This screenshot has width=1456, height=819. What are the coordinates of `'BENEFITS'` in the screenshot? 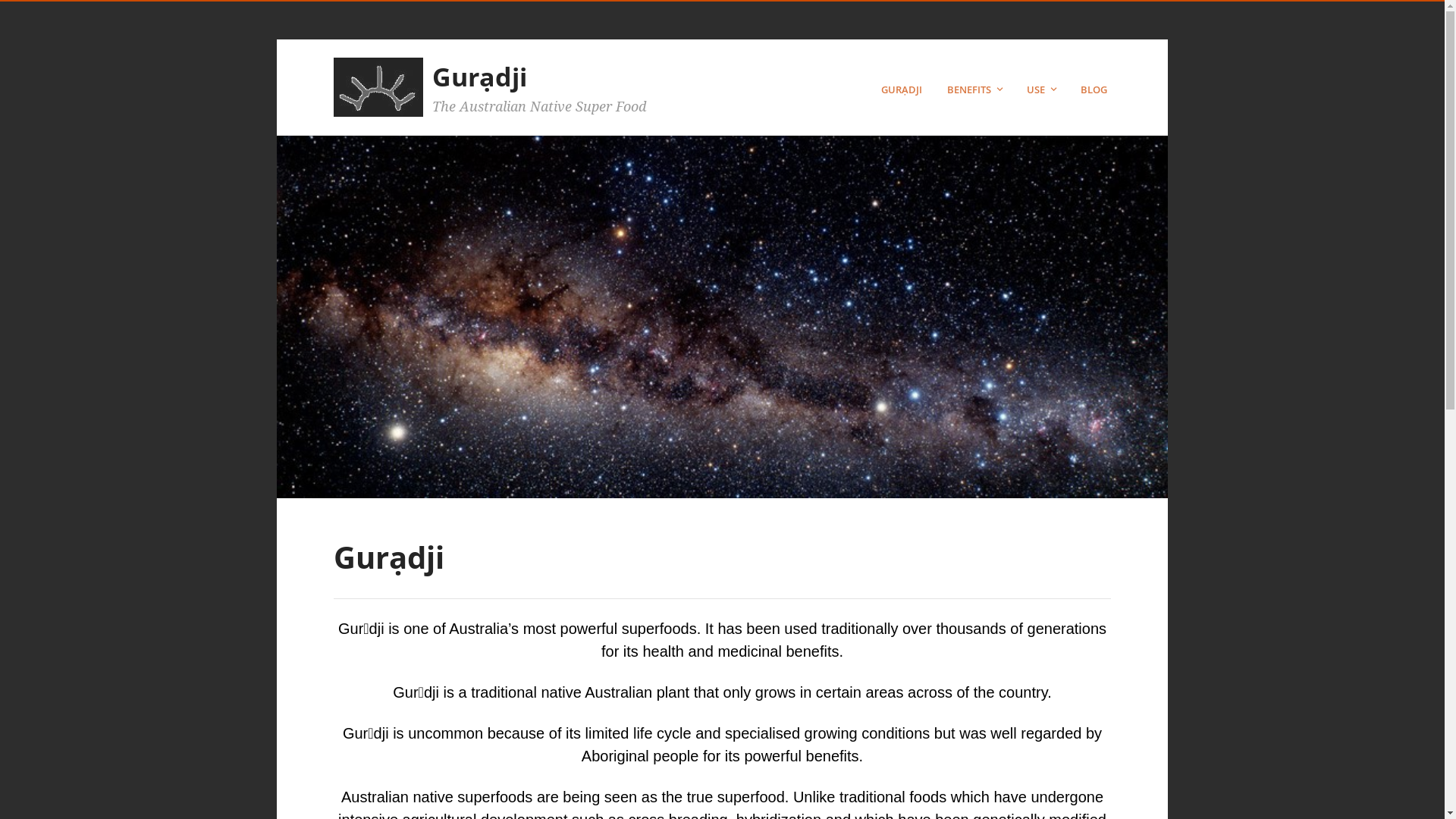 It's located at (976, 89).